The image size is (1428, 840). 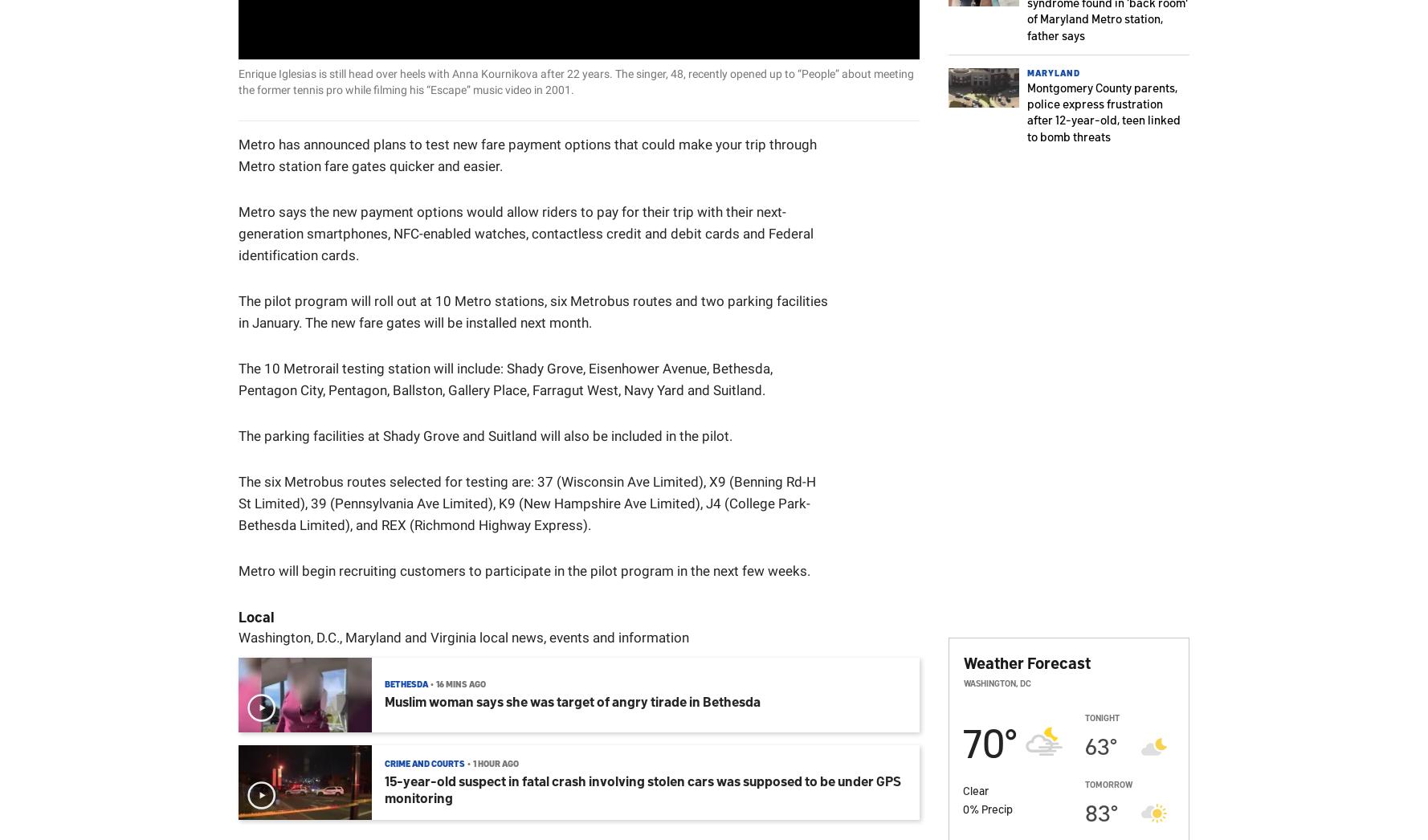 I want to click on 'Metro has announced plans to test new fare payment options that could make your trip through Metro station fare gates quicker and easier.', so click(x=527, y=154).